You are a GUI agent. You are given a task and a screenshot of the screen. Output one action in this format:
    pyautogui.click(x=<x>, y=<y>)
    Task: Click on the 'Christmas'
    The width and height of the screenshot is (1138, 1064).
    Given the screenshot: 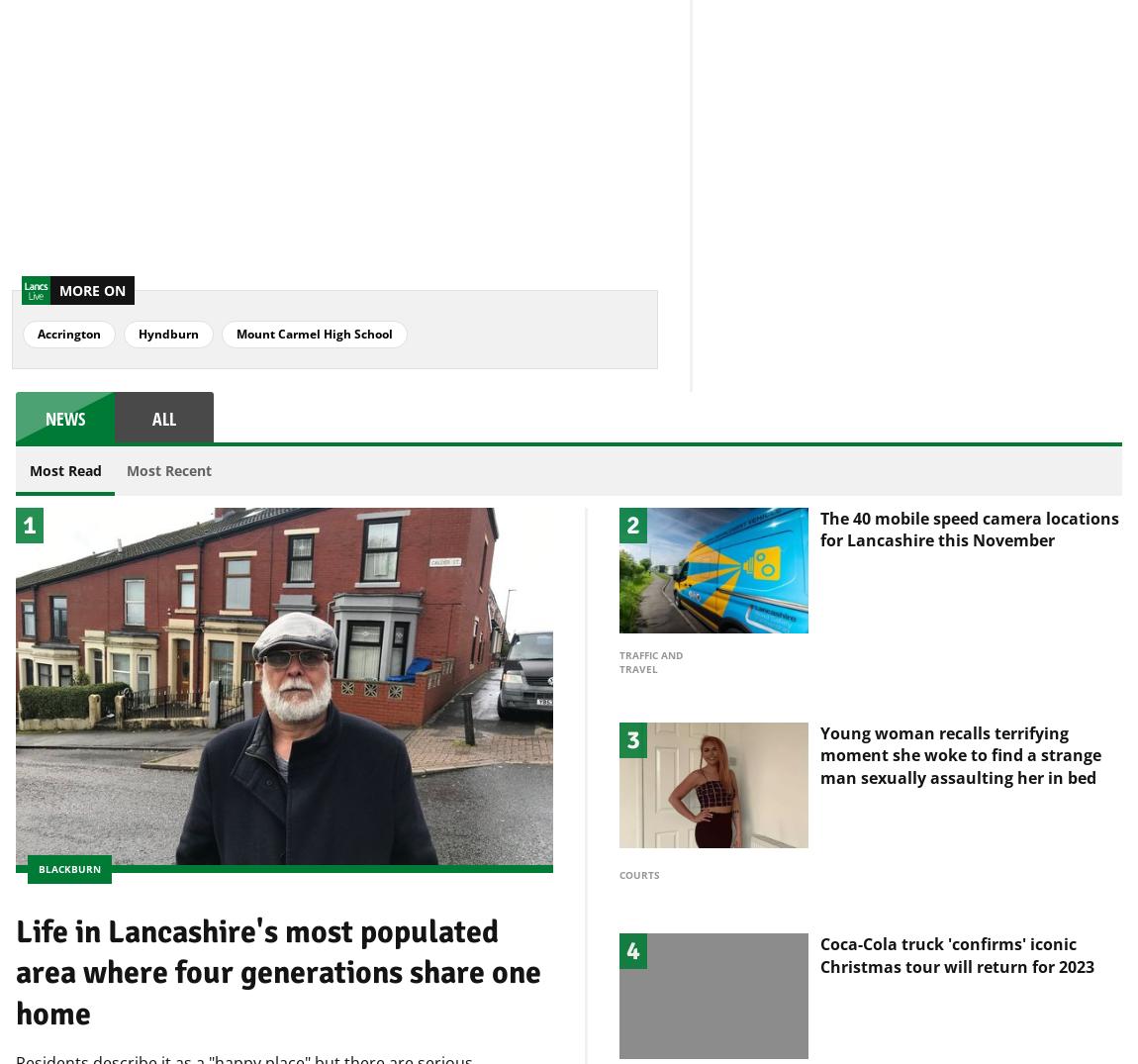 What is the action you would take?
    pyautogui.click(x=647, y=1053)
    